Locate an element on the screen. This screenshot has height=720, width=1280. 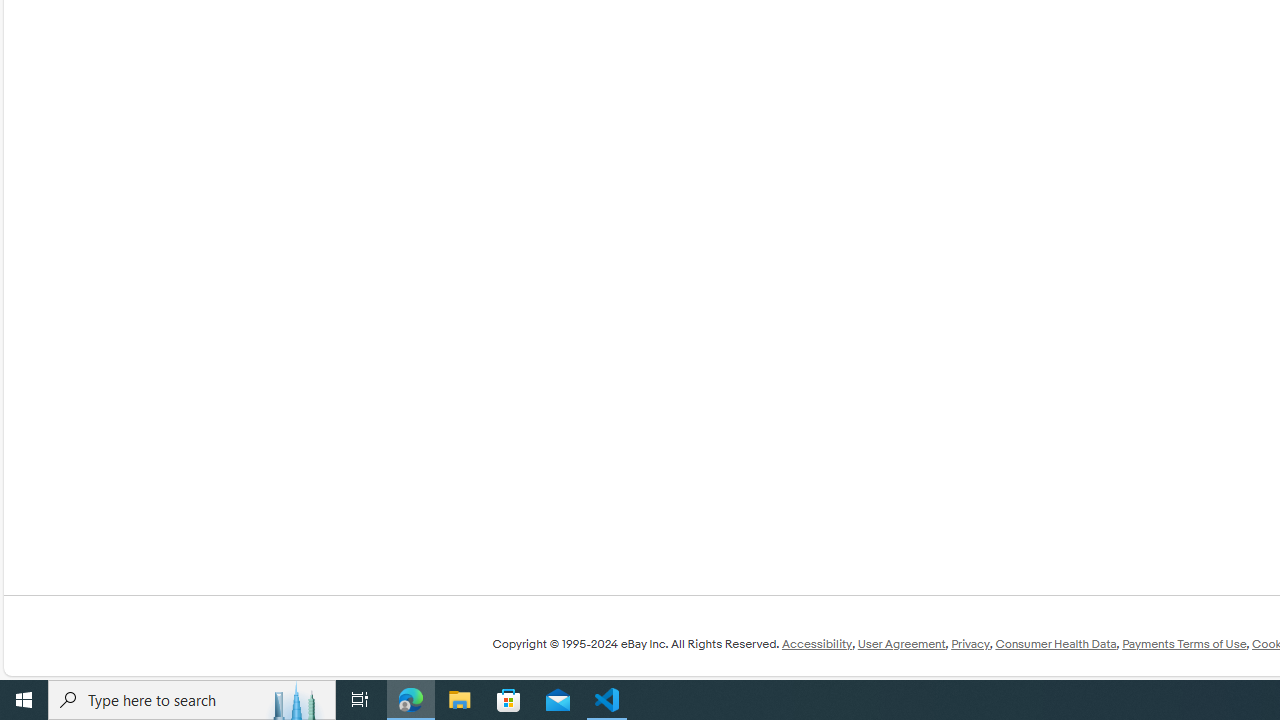
'User Agreement' is located at coordinates (900, 644).